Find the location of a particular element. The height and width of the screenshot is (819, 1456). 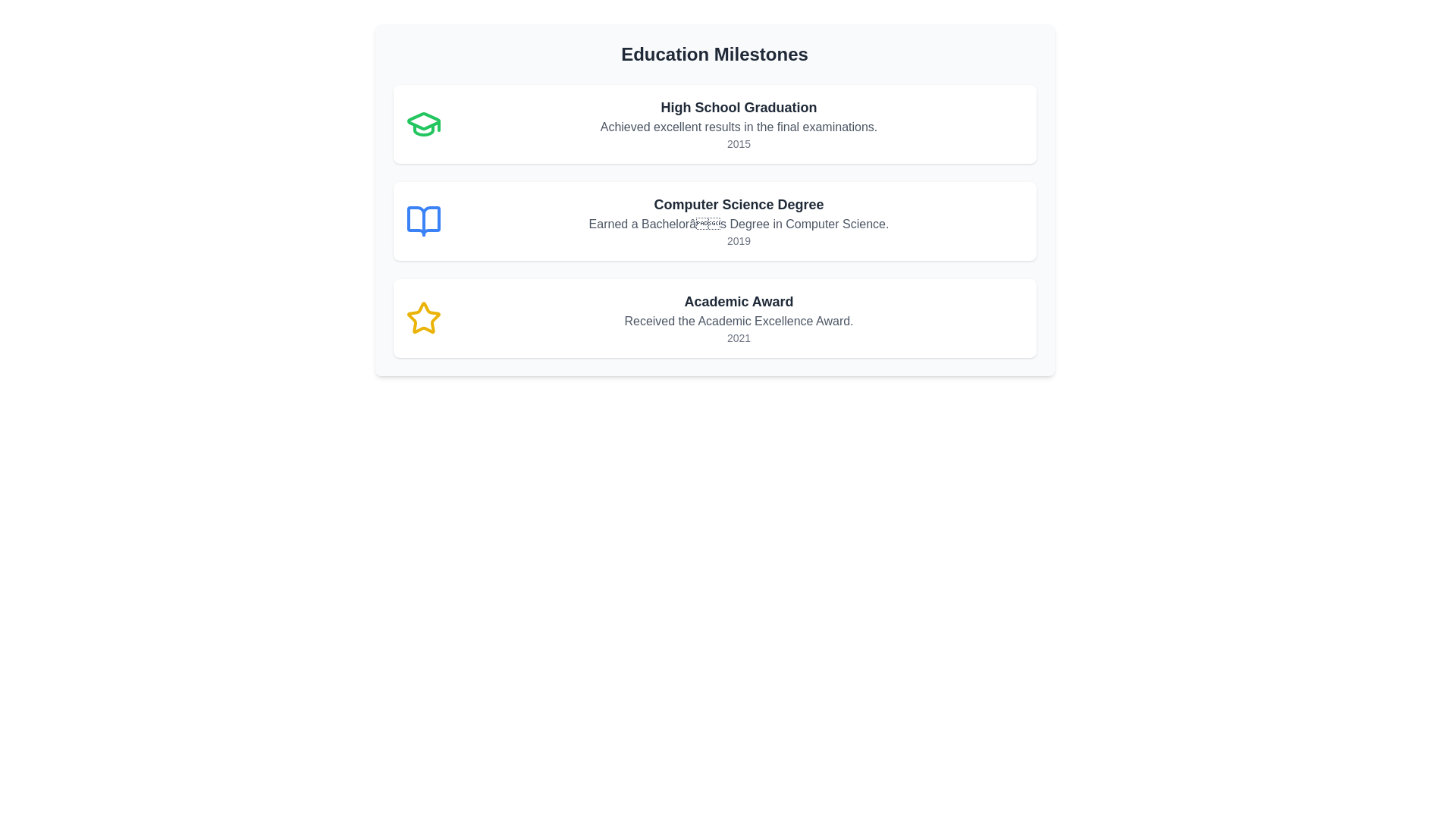

the star-shaped icon with a yellow border located in the bottom-right corner of the 'Academic Award' section in the 'Education Milestones' layout is located at coordinates (423, 317).